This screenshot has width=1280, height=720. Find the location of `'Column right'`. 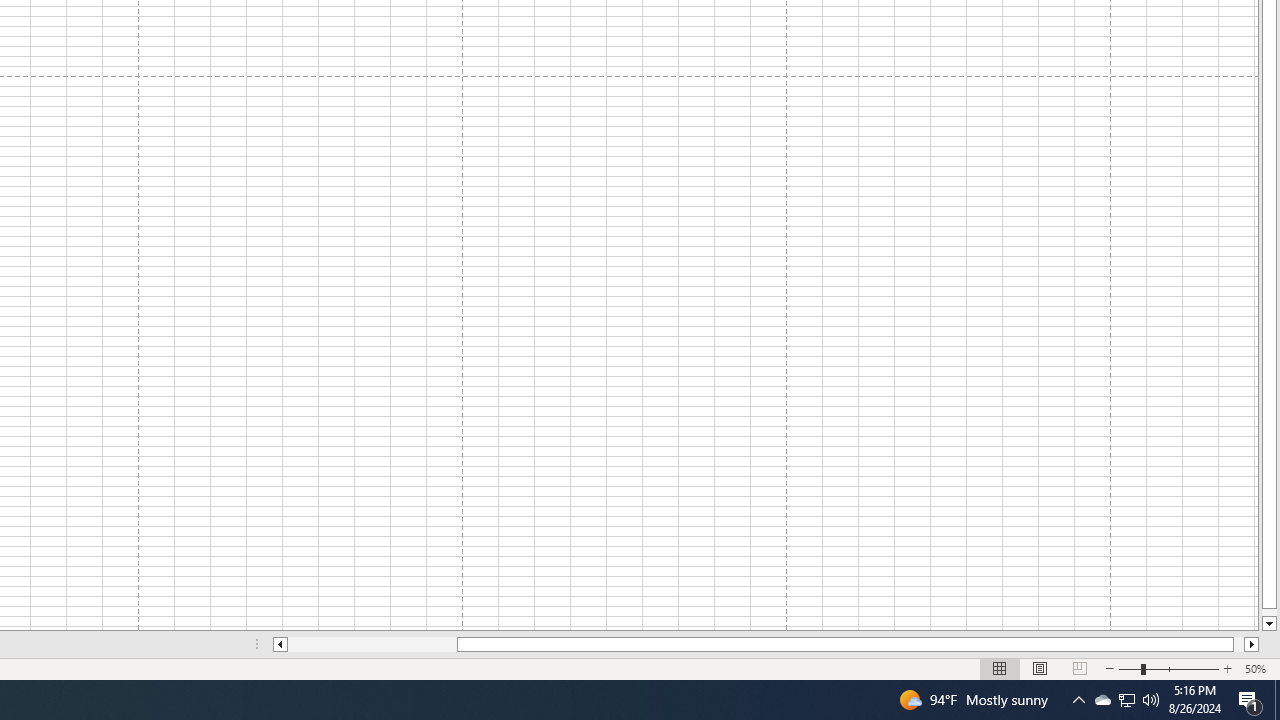

'Column right' is located at coordinates (1251, 644).